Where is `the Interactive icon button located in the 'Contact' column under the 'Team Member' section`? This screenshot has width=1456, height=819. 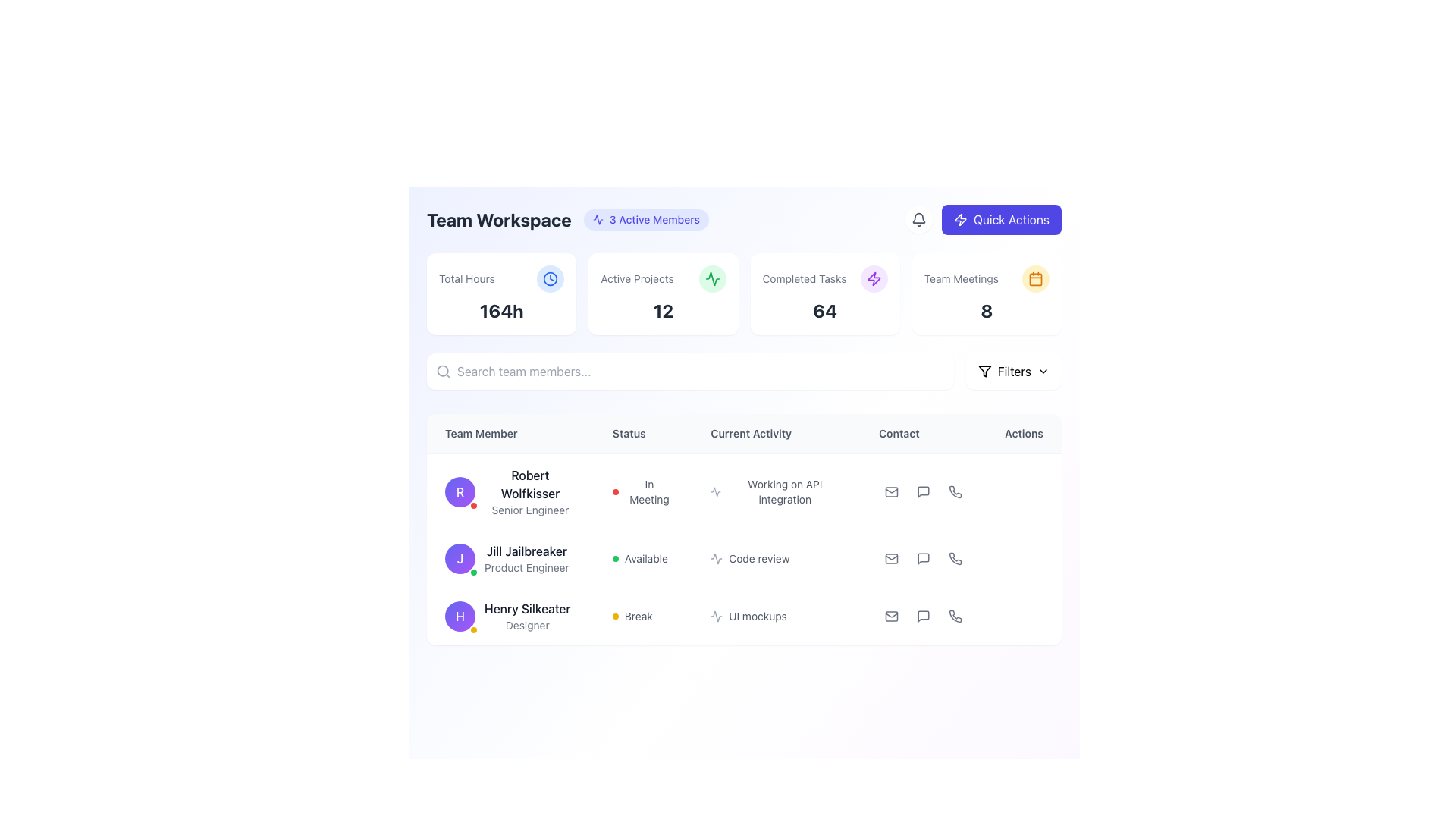
the Interactive icon button located in the 'Contact' column under the 'Team Member' section is located at coordinates (923, 491).